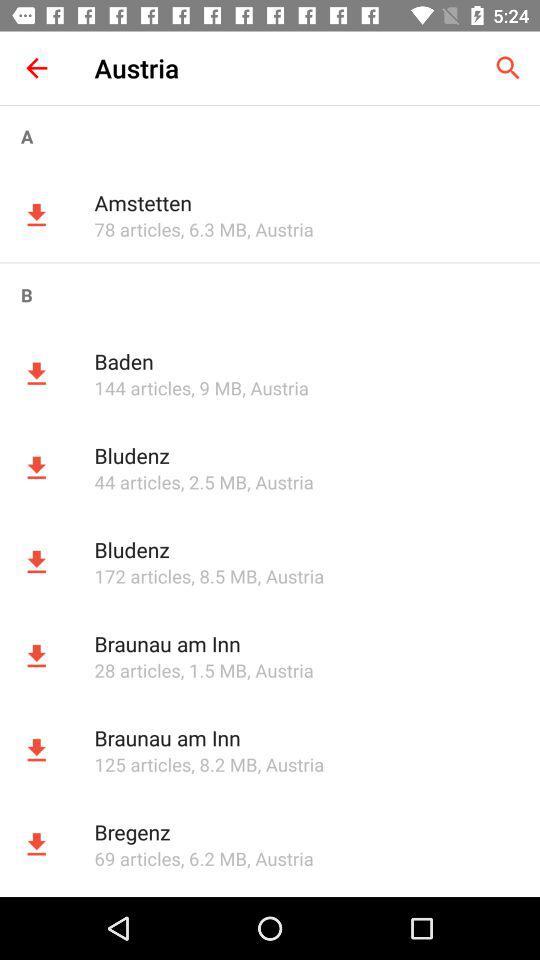  I want to click on baden app, so click(306, 360).